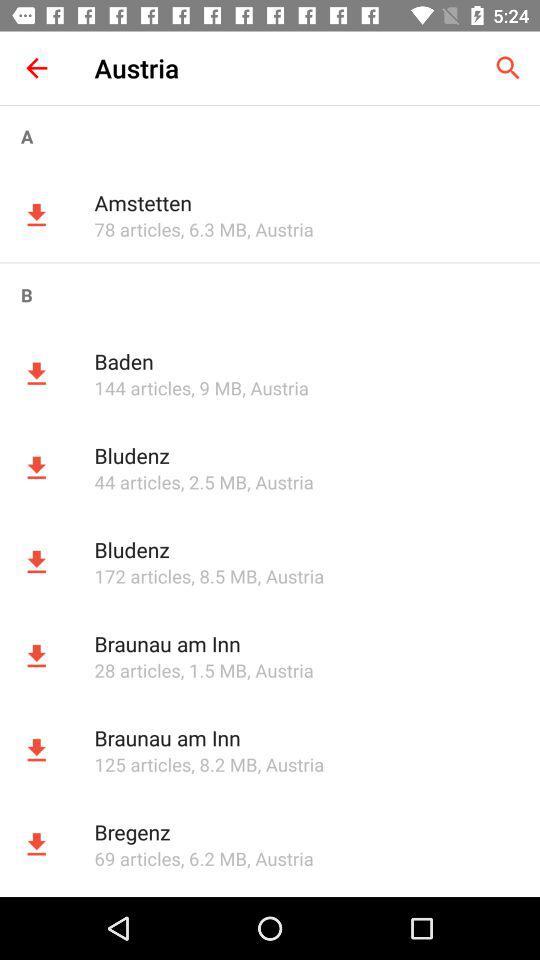  I want to click on baden app, so click(306, 360).